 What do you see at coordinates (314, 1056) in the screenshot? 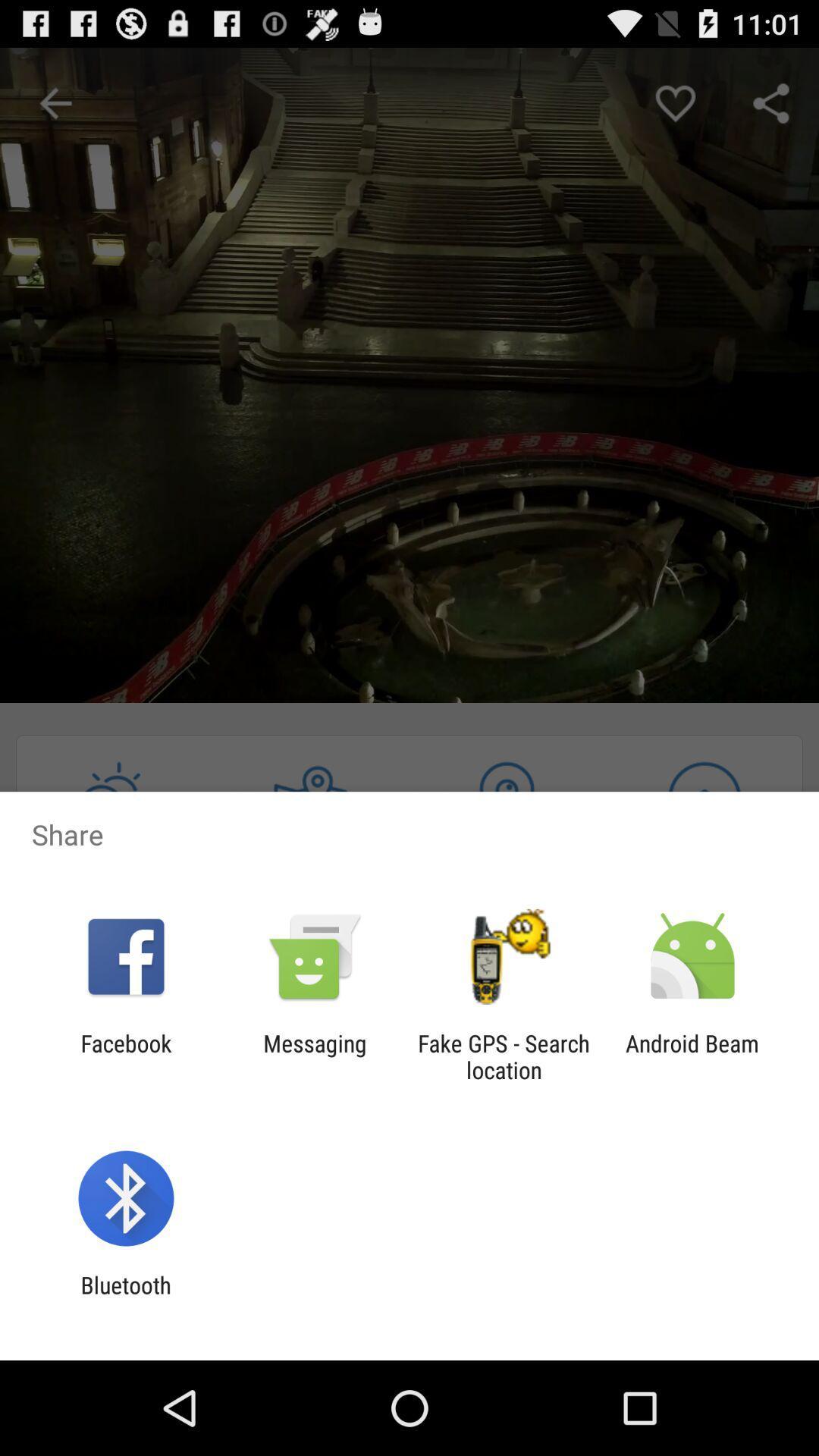
I see `app next to fake gps search` at bounding box center [314, 1056].